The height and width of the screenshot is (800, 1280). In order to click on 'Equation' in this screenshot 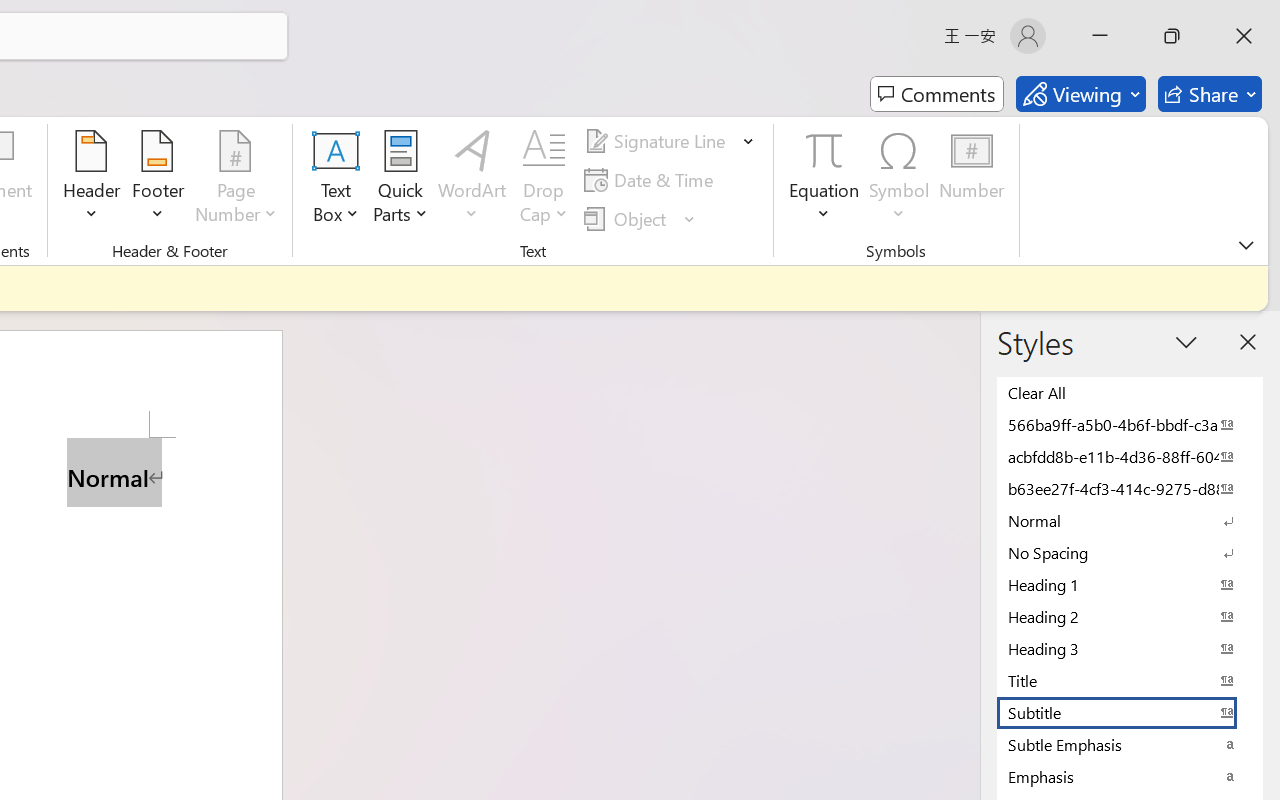, I will do `click(824, 150)`.